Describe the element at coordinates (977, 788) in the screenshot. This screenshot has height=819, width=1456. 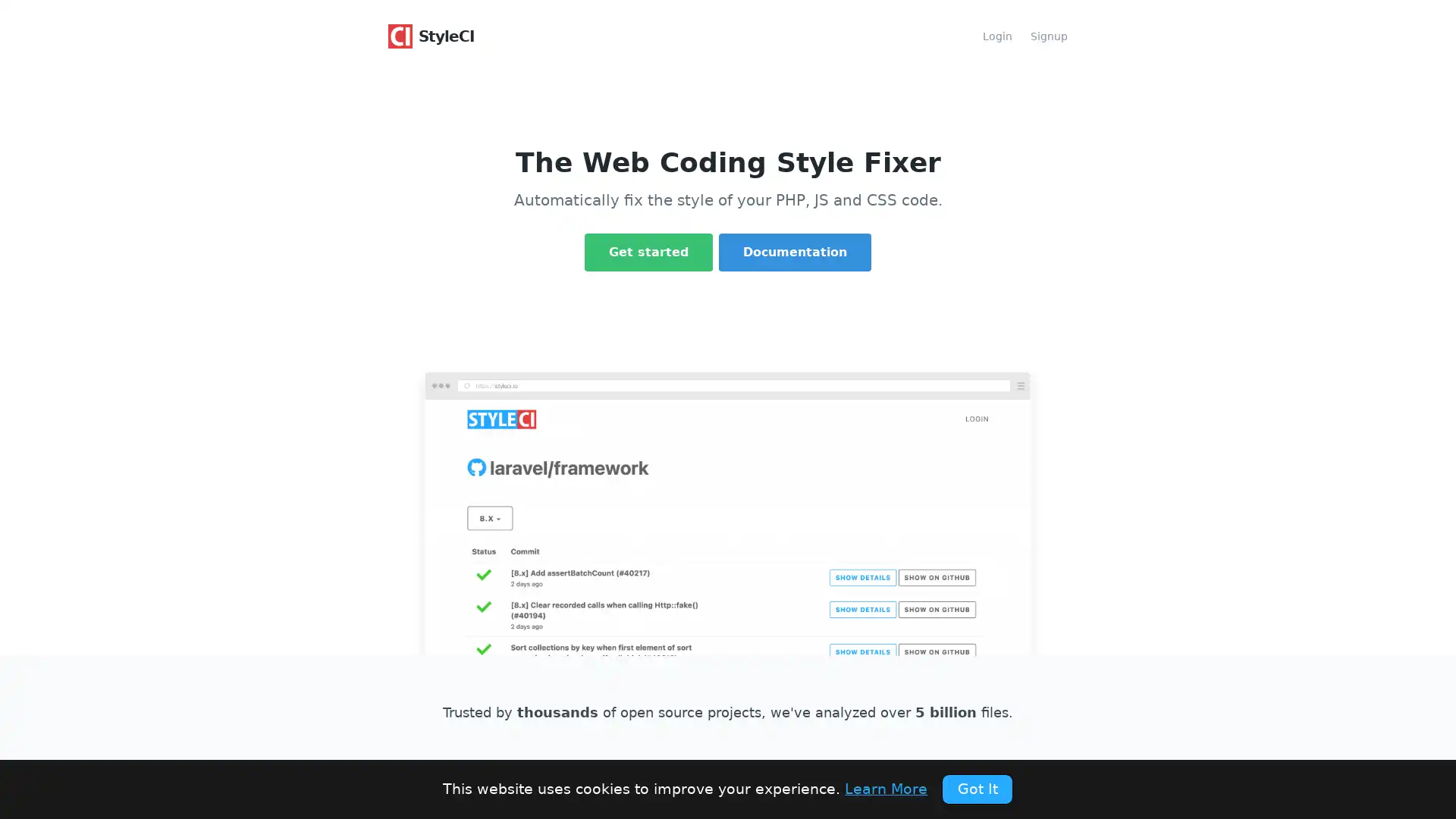
I see `Got It` at that location.